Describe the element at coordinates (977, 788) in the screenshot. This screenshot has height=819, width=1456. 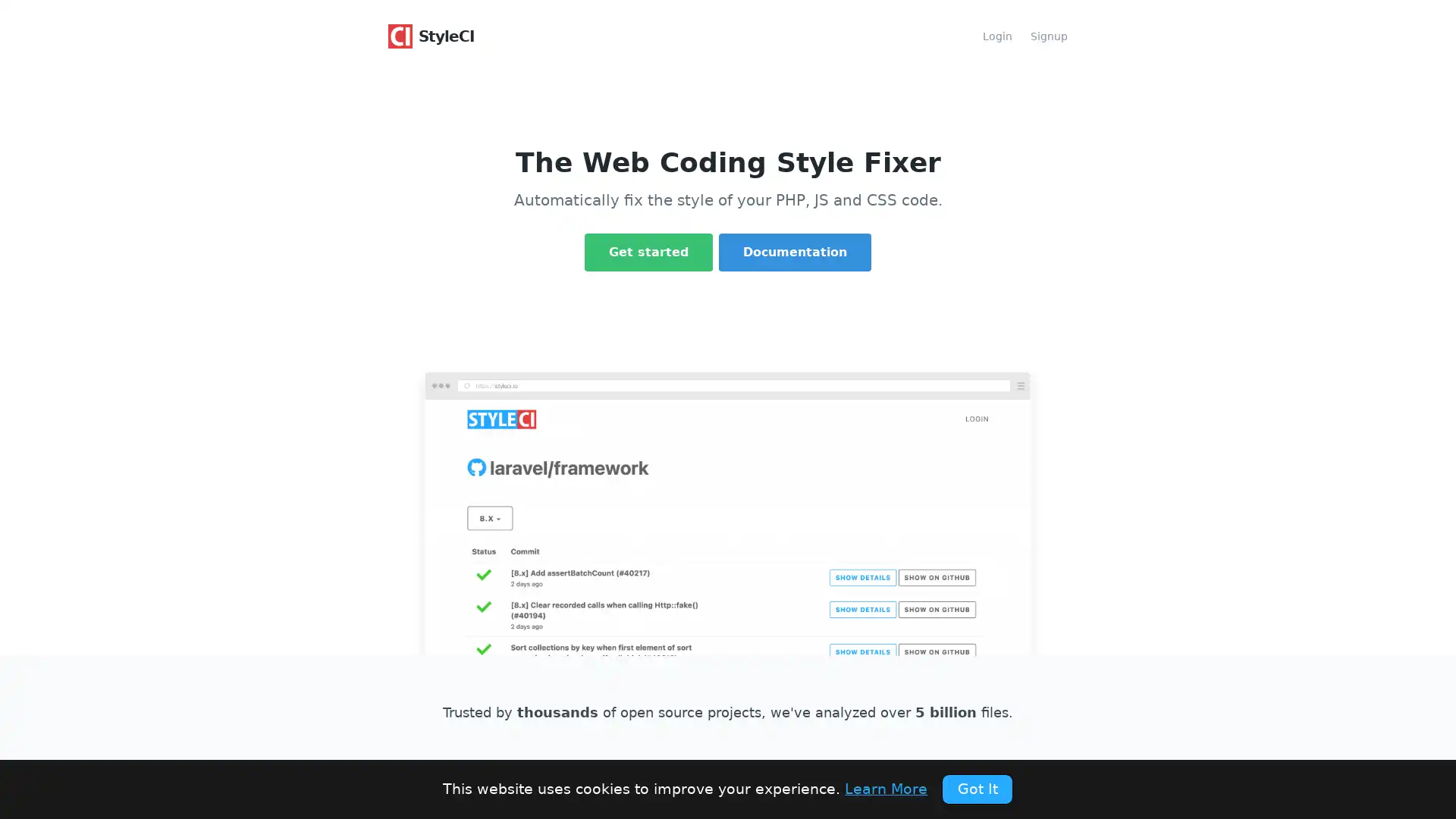
I see `Got It` at that location.